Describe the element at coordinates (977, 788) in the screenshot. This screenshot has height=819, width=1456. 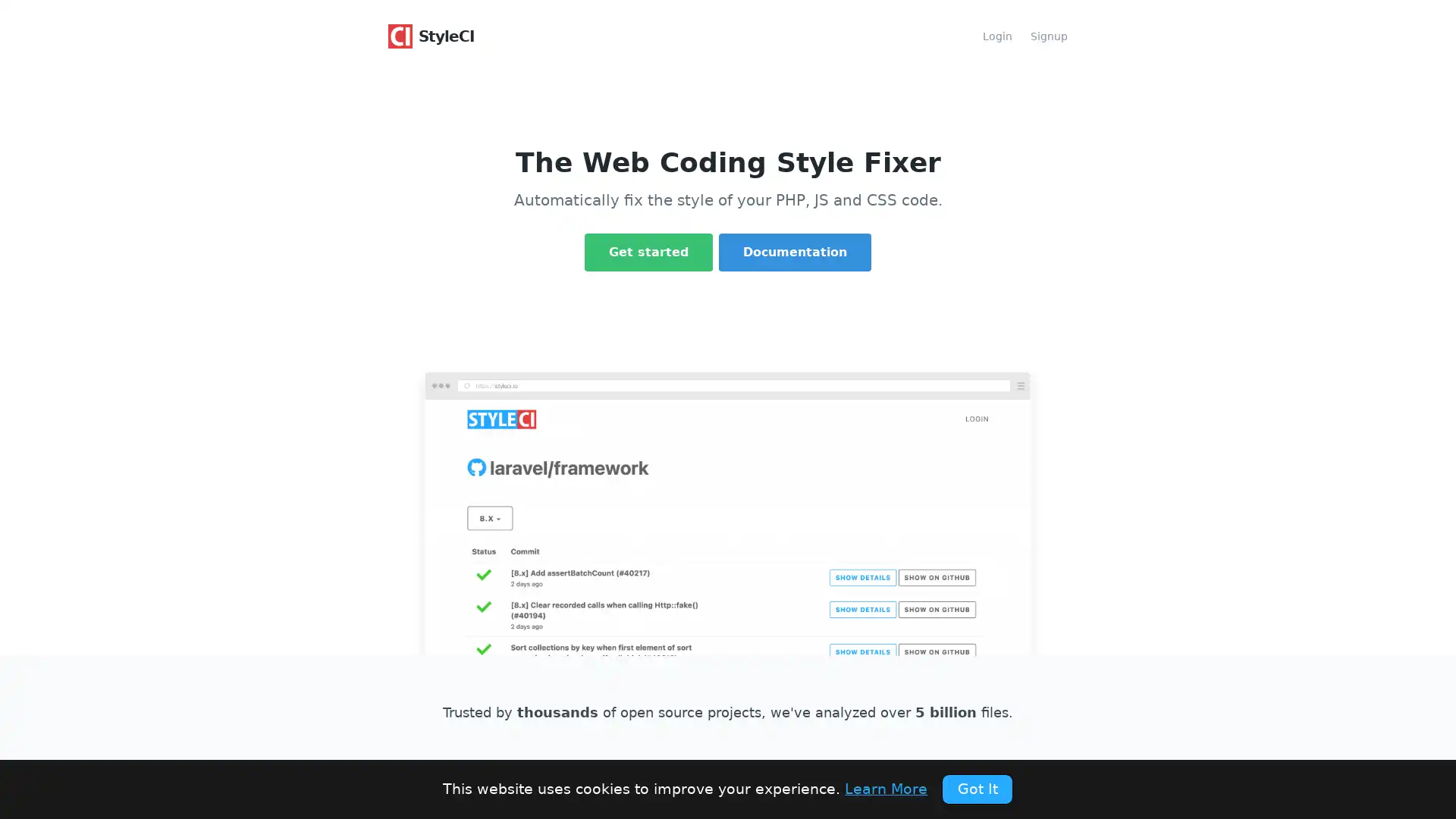
I see `Got It` at that location.